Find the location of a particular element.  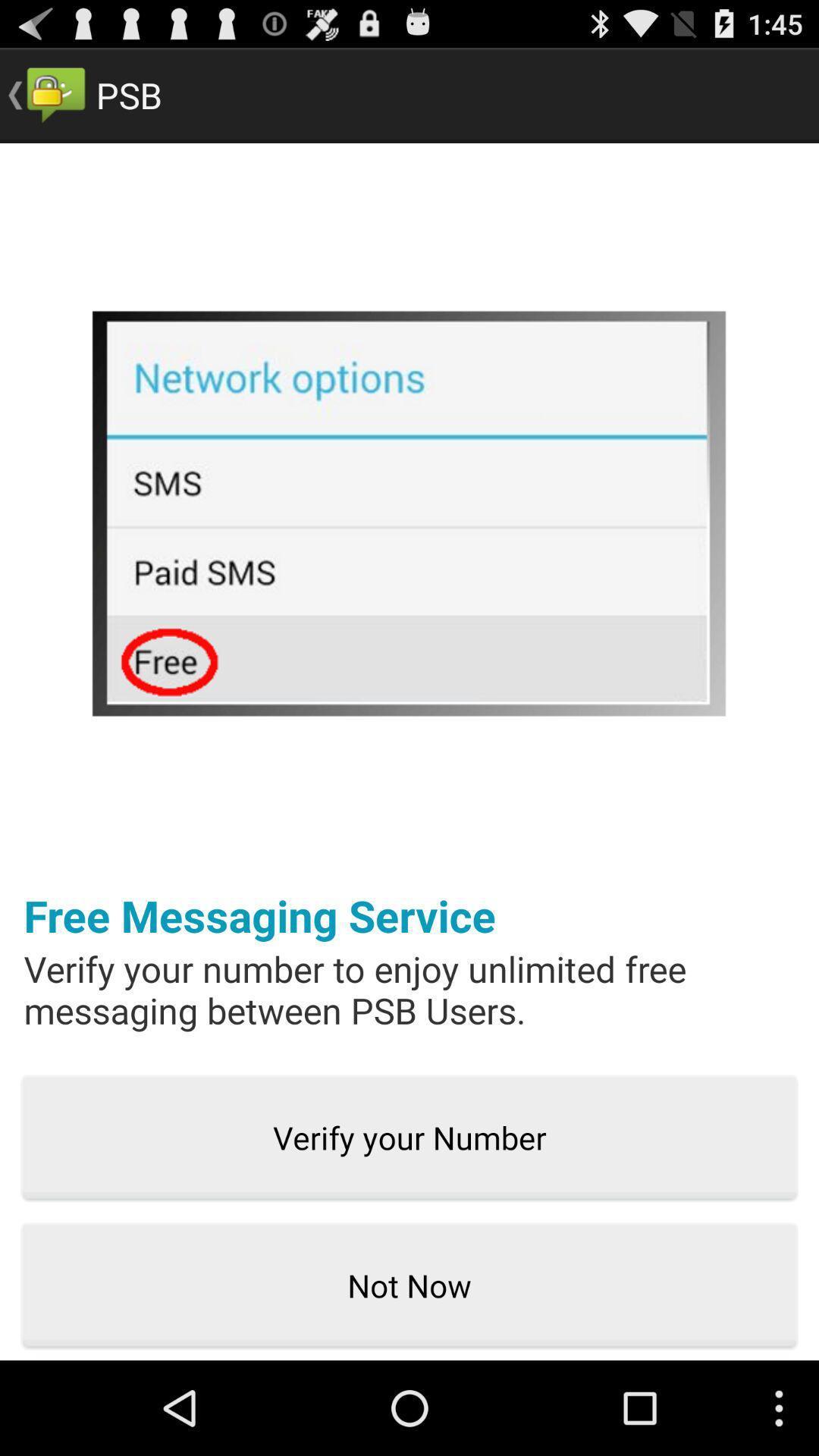

not now button is located at coordinates (409, 1285).